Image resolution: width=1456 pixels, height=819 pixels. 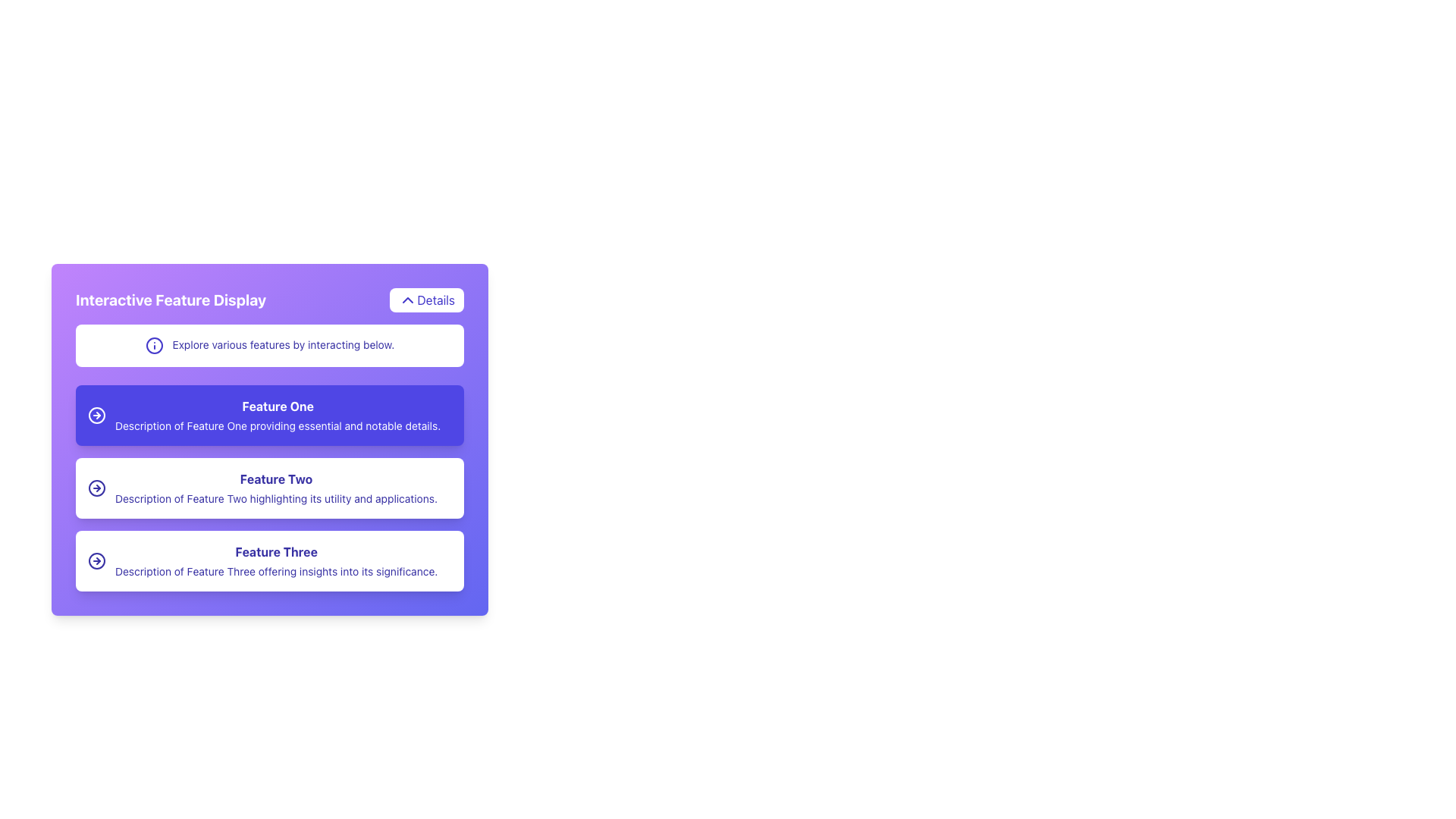 I want to click on the informational list item for 'Feature Two', so click(x=269, y=488).